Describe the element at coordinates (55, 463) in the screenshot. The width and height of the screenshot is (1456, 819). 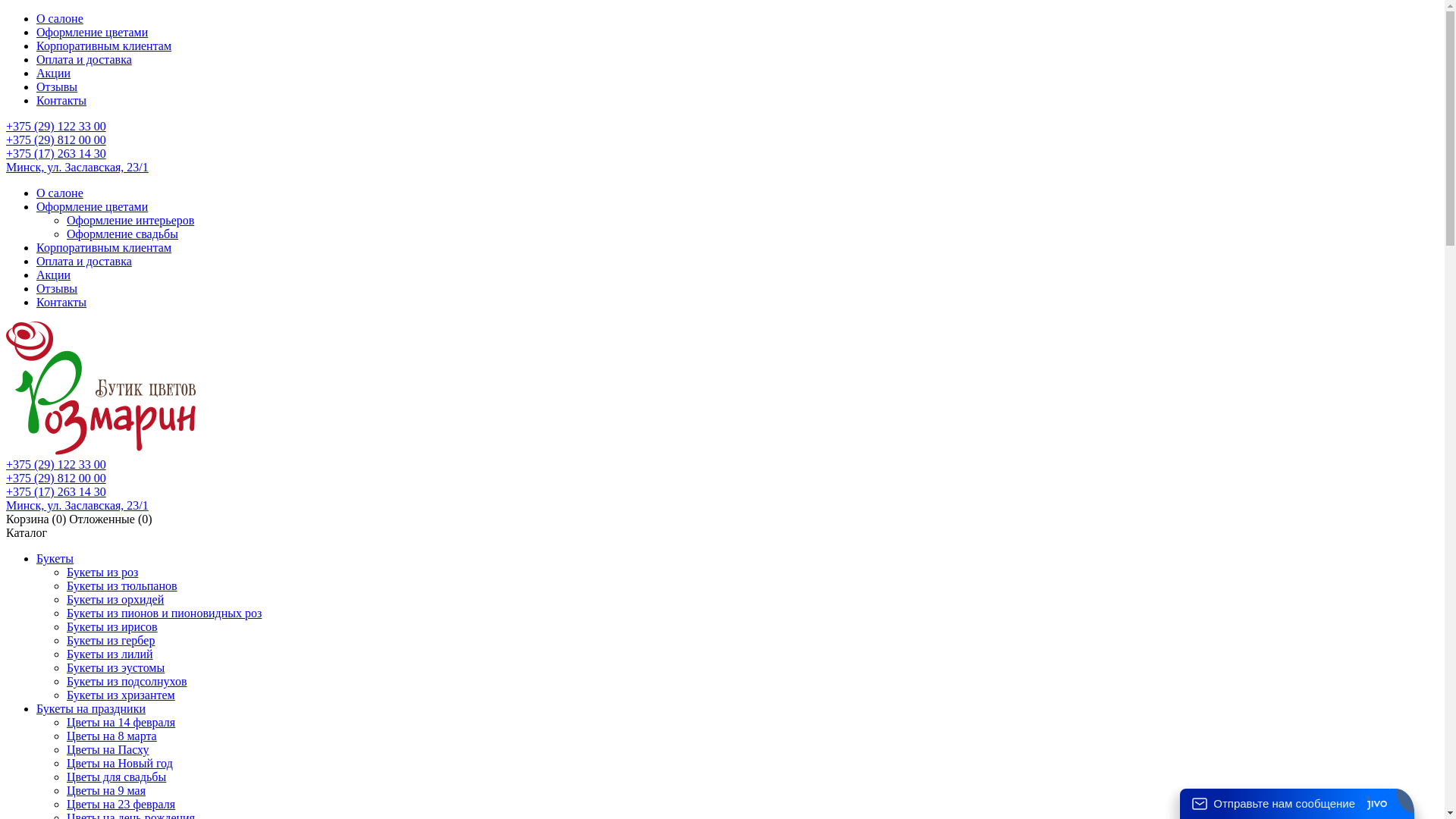
I see `'+375 (29) 122 33 00'` at that location.